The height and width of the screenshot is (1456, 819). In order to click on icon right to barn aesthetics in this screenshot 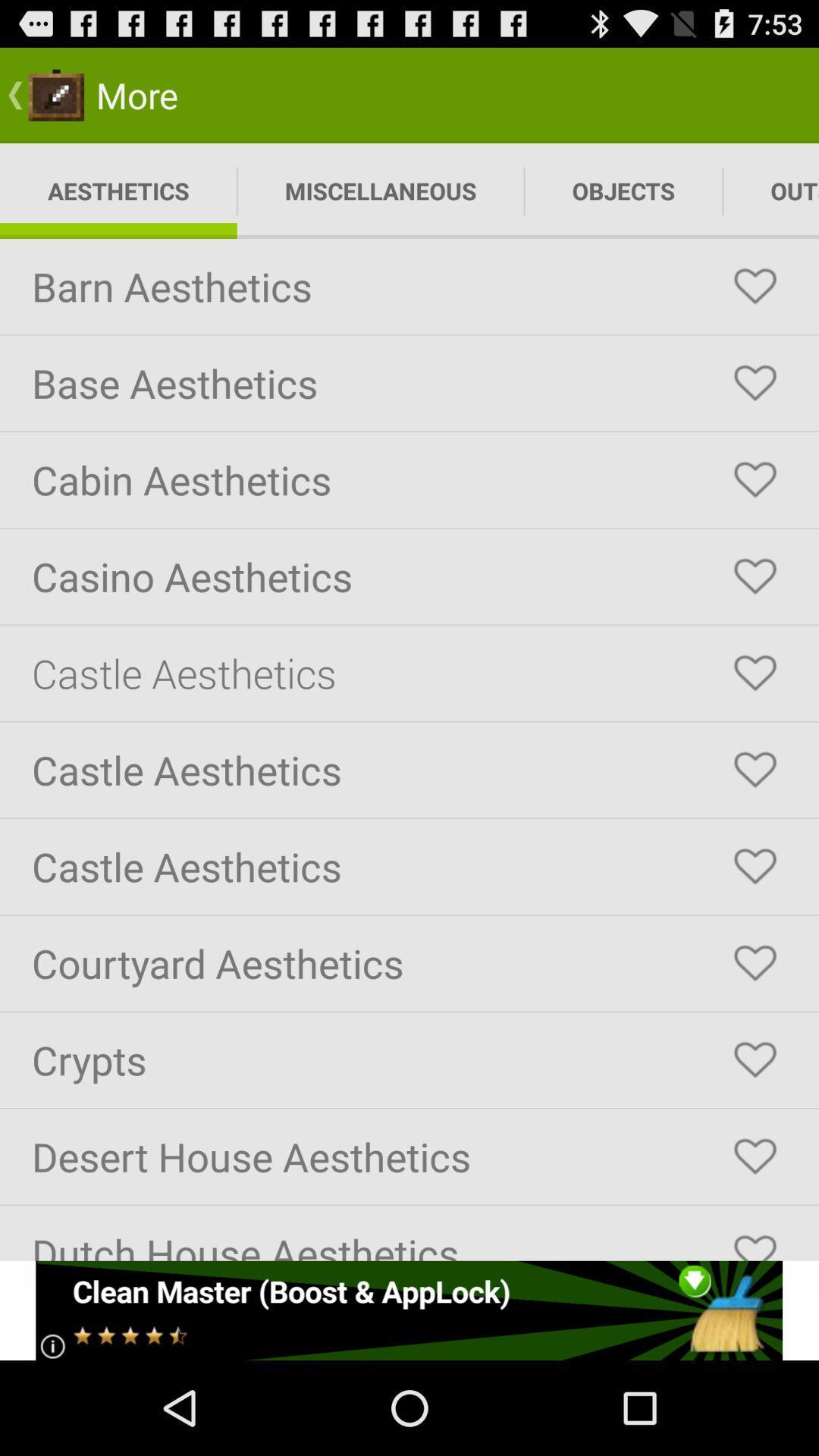, I will do `click(755, 287)`.